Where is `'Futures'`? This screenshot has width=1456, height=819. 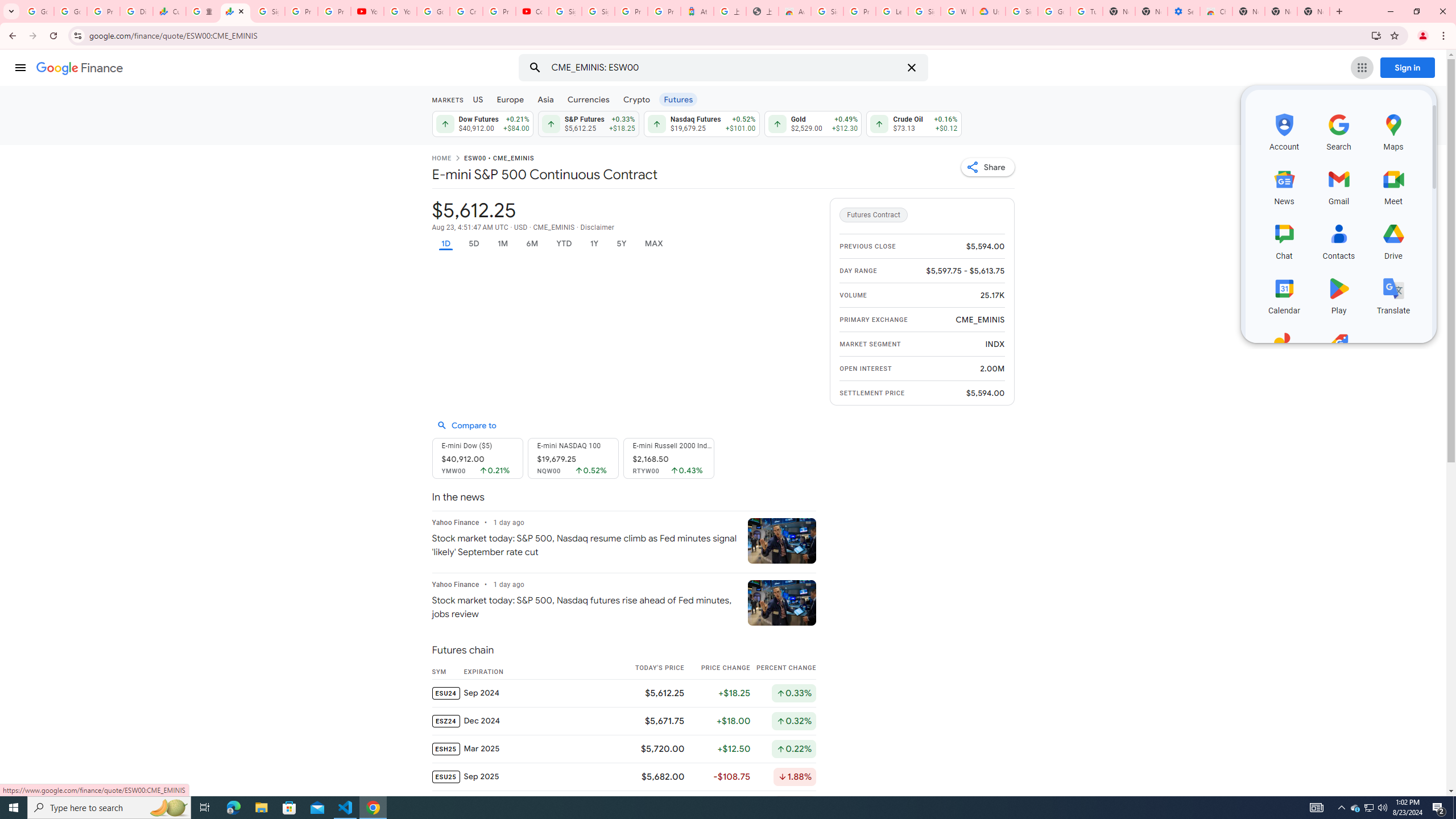 'Futures' is located at coordinates (677, 98).